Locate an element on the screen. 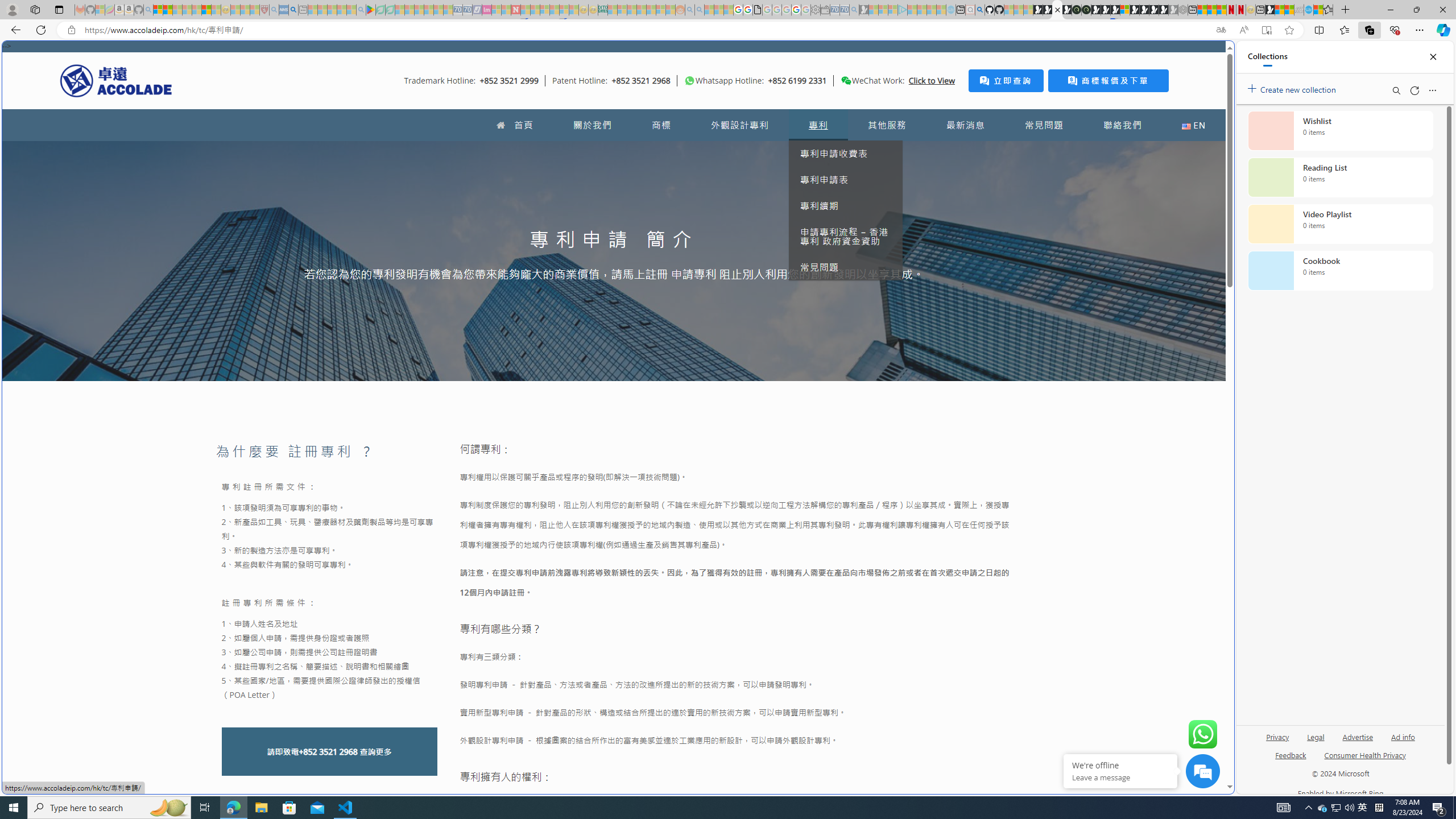 Image resolution: width=1456 pixels, height=819 pixels. 'Earth has six continents not seven, radical new study claims' is located at coordinates (1289, 9).